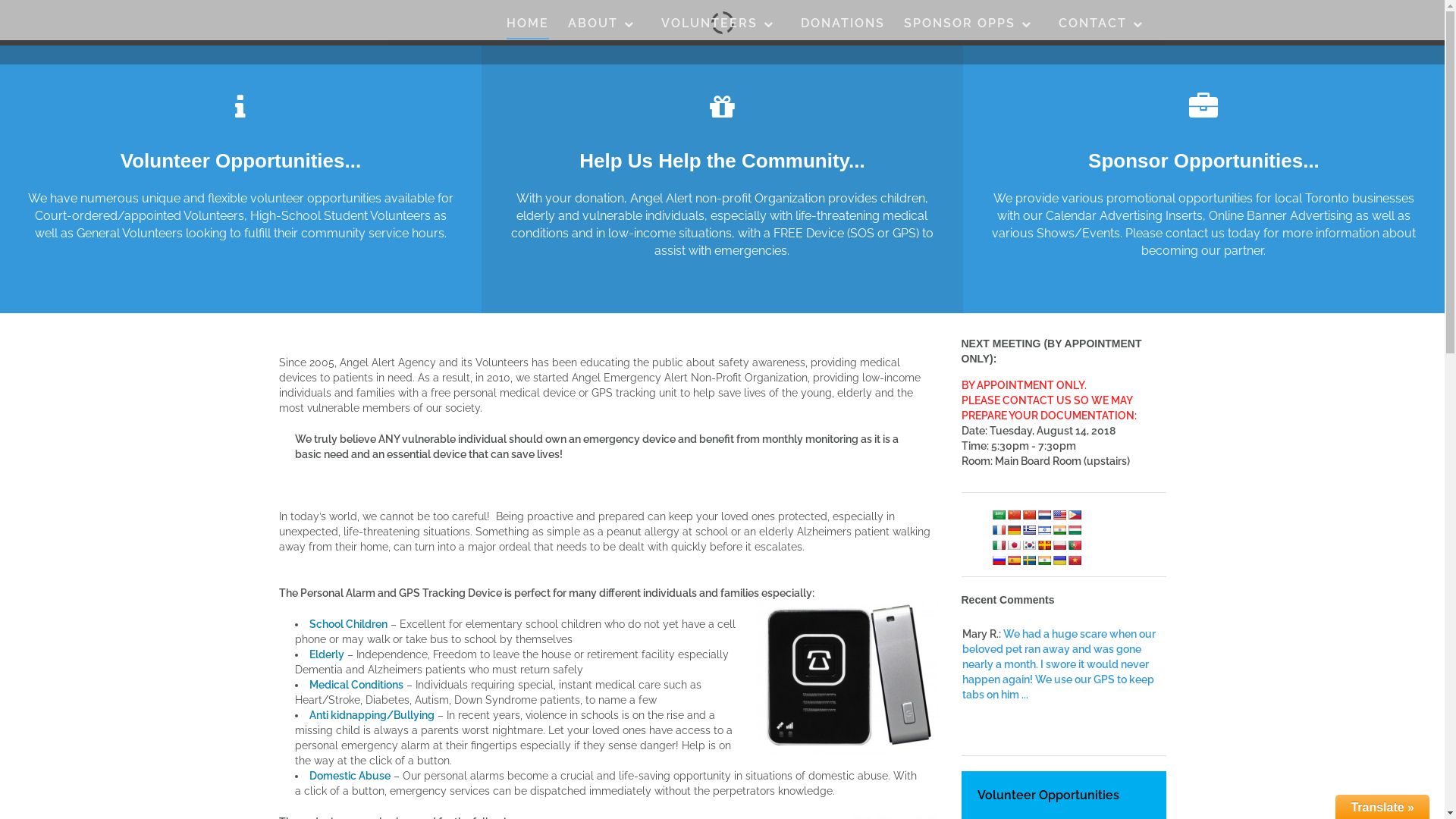  Describe the element at coordinates (1073, 543) in the screenshot. I see `'Portuguese'` at that location.